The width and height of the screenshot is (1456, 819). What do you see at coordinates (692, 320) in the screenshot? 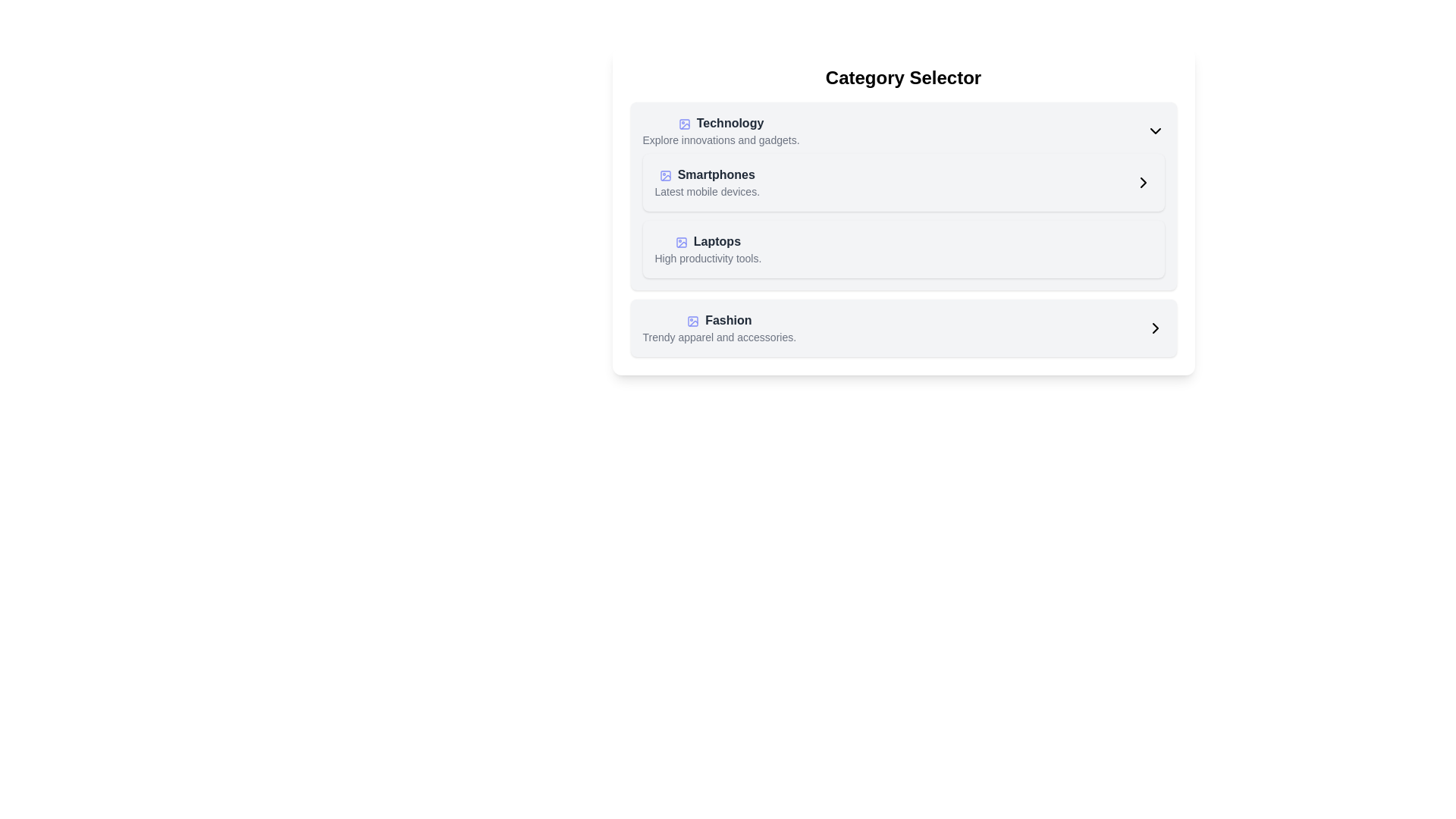
I see `the SVG rectangle icon, which is a rounded rectangle with curved corners, located adjacent to the 'Fashion' category text in the lower section of the 'Category Selector' component` at bounding box center [692, 320].